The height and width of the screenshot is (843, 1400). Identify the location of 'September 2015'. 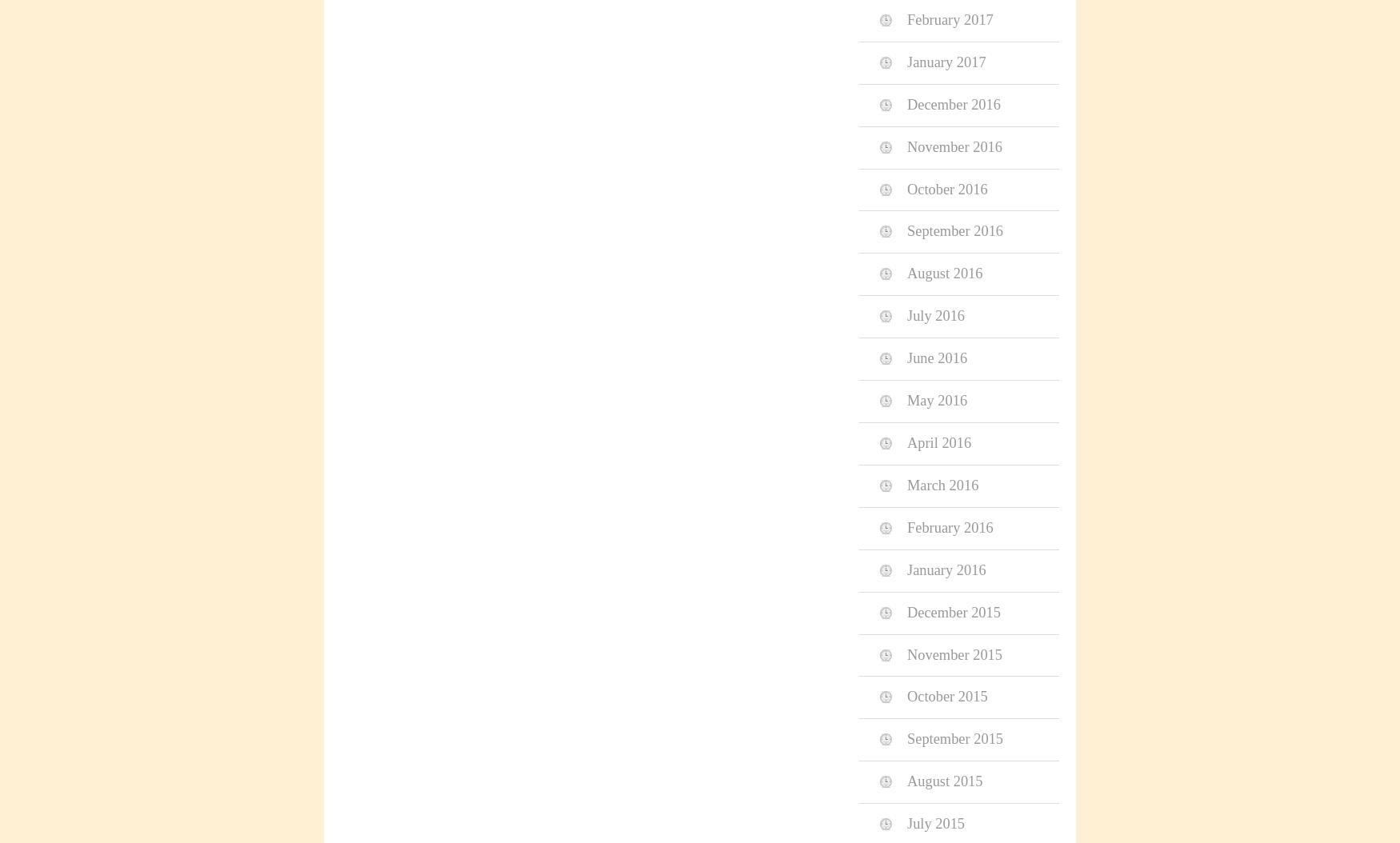
(955, 738).